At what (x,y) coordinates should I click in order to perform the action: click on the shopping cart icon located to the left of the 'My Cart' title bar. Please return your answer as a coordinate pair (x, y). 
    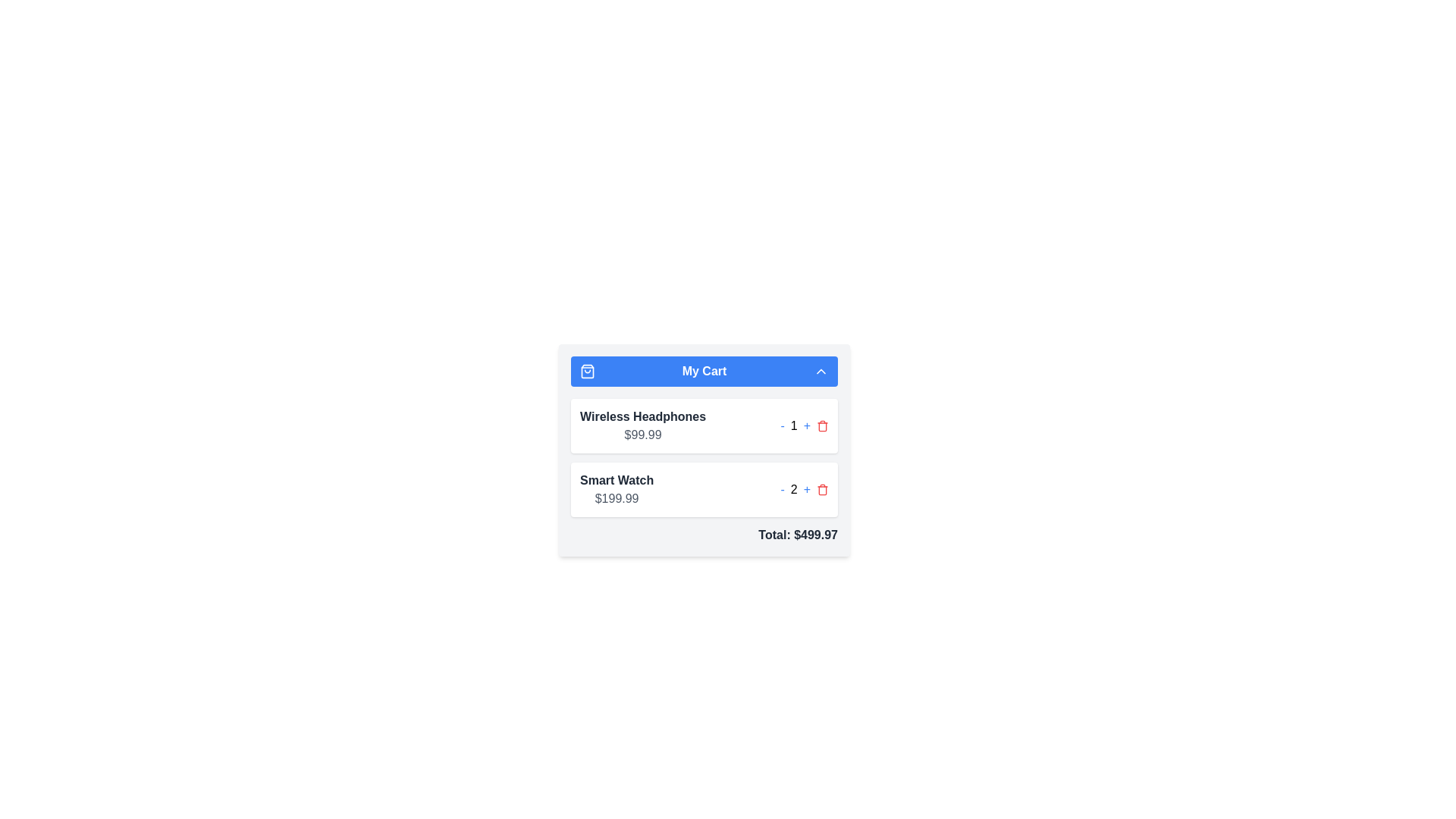
    Looking at the image, I should click on (586, 371).